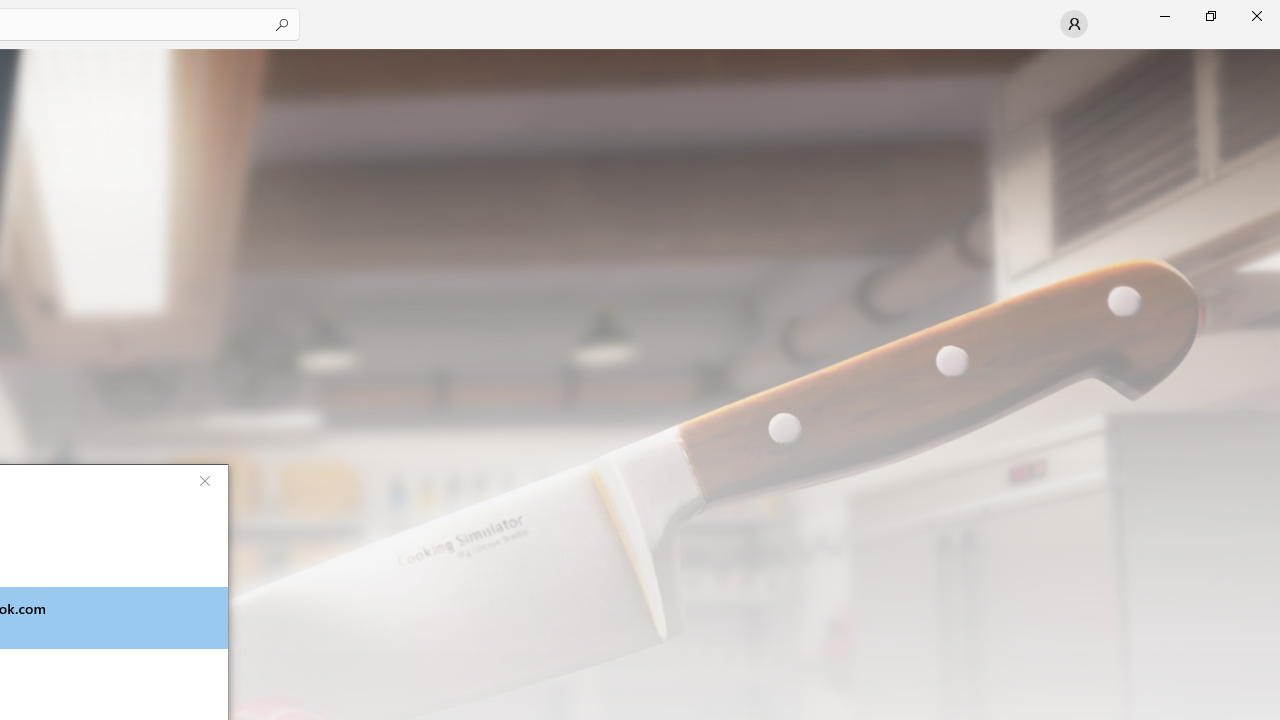  Describe the element at coordinates (1255, 15) in the screenshot. I see `'Close Microsoft Store'` at that location.